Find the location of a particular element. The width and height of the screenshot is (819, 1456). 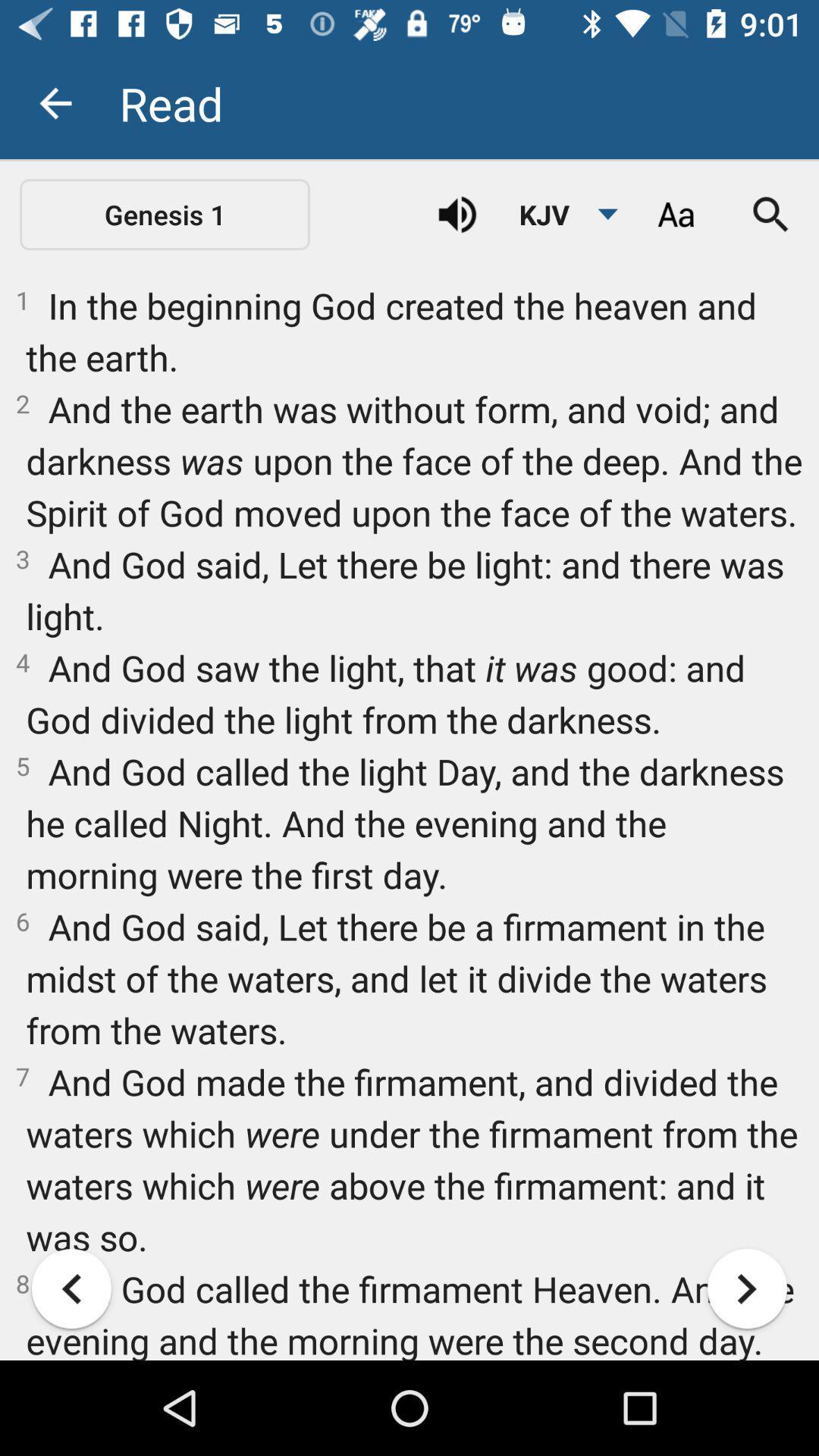

search is located at coordinates (771, 214).